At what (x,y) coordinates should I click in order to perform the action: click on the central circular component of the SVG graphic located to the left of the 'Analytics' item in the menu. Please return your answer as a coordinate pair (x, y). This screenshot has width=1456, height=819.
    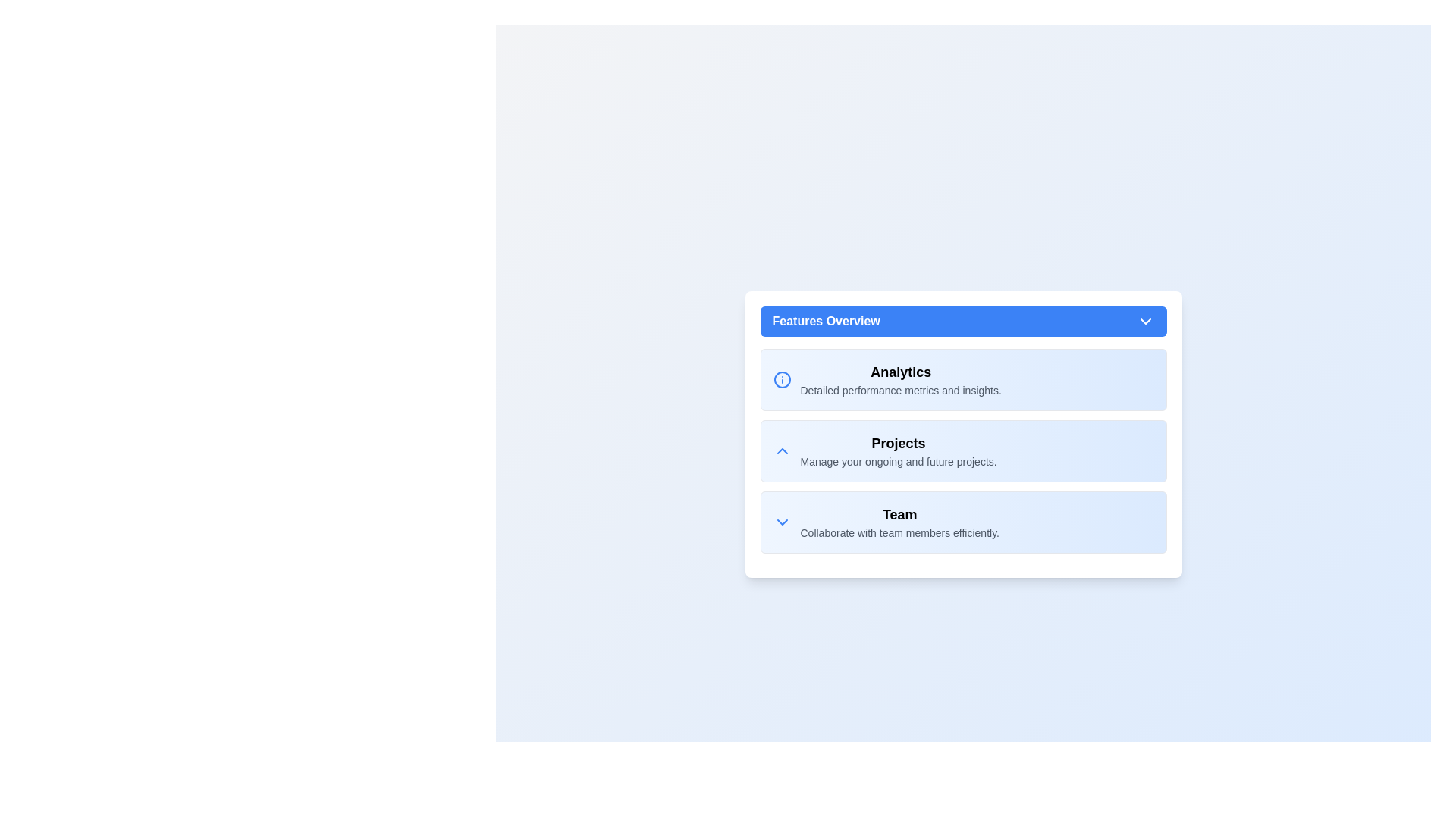
    Looking at the image, I should click on (782, 379).